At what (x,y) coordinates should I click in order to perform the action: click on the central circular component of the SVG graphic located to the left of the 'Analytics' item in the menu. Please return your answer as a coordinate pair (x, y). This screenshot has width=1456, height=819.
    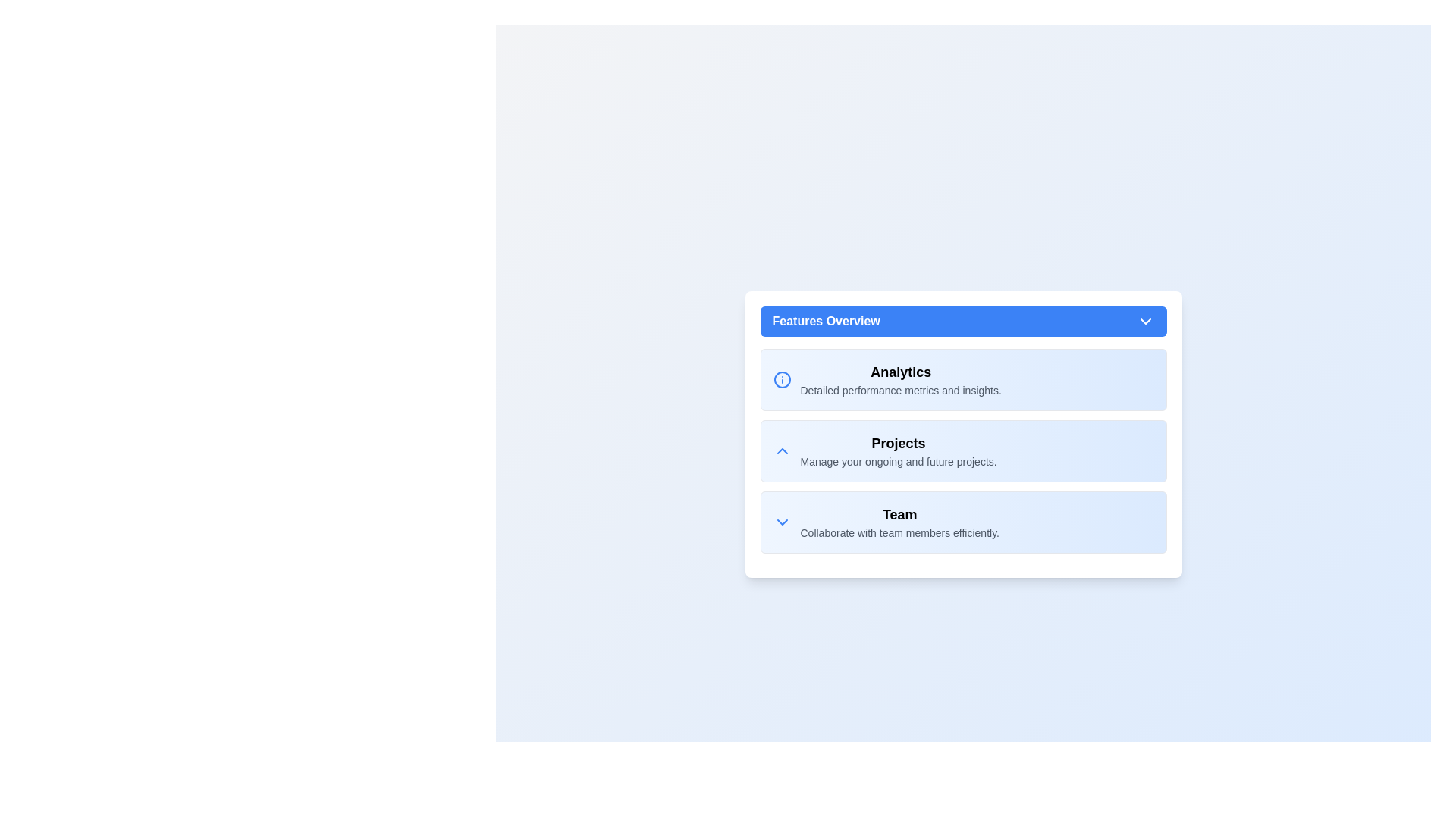
    Looking at the image, I should click on (782, 379).